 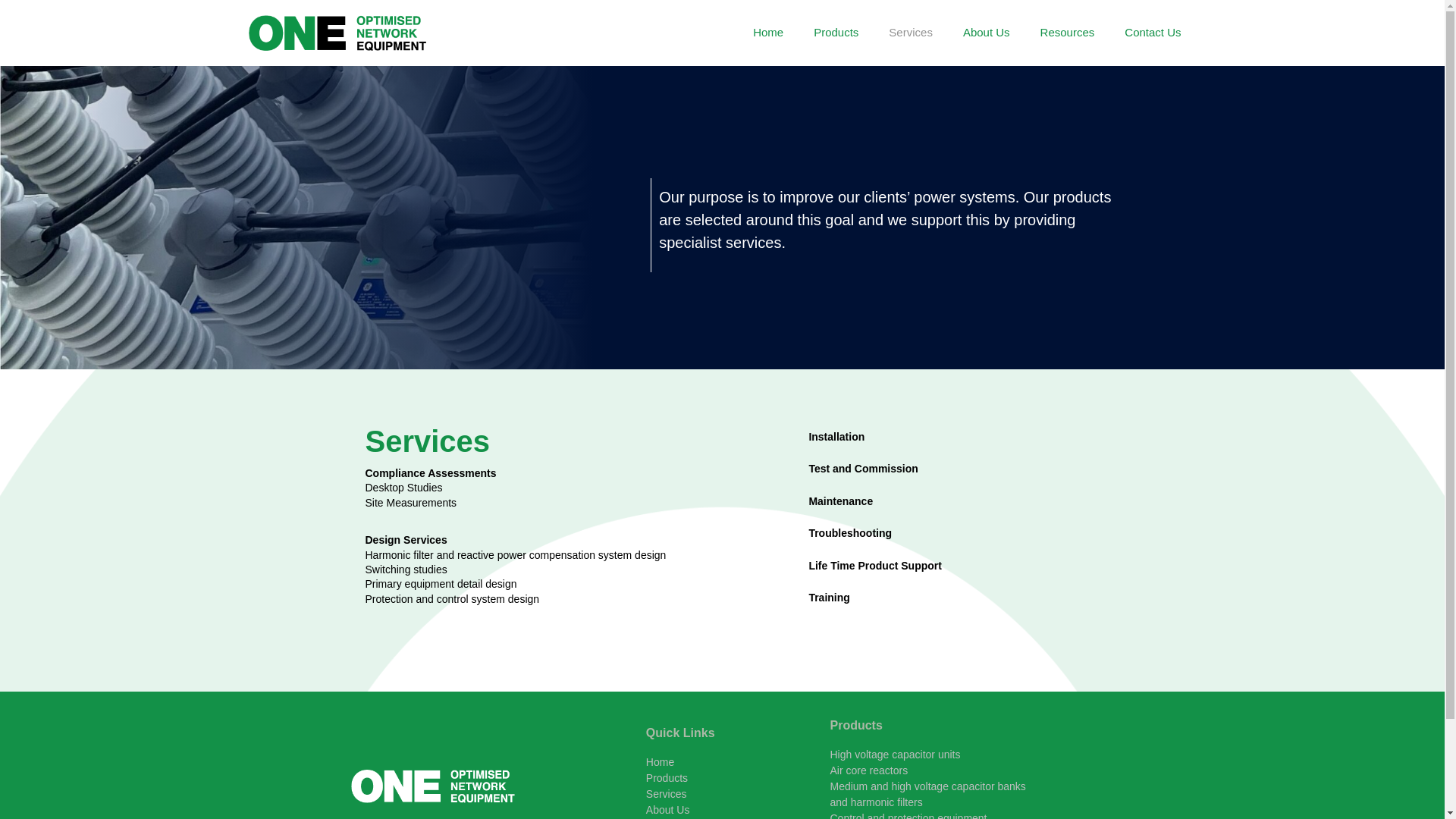 What do you see at coordinates (895, 755) in the screenshot?
I see `'High voltage capacitor units'` at bounding box center [895, 755].